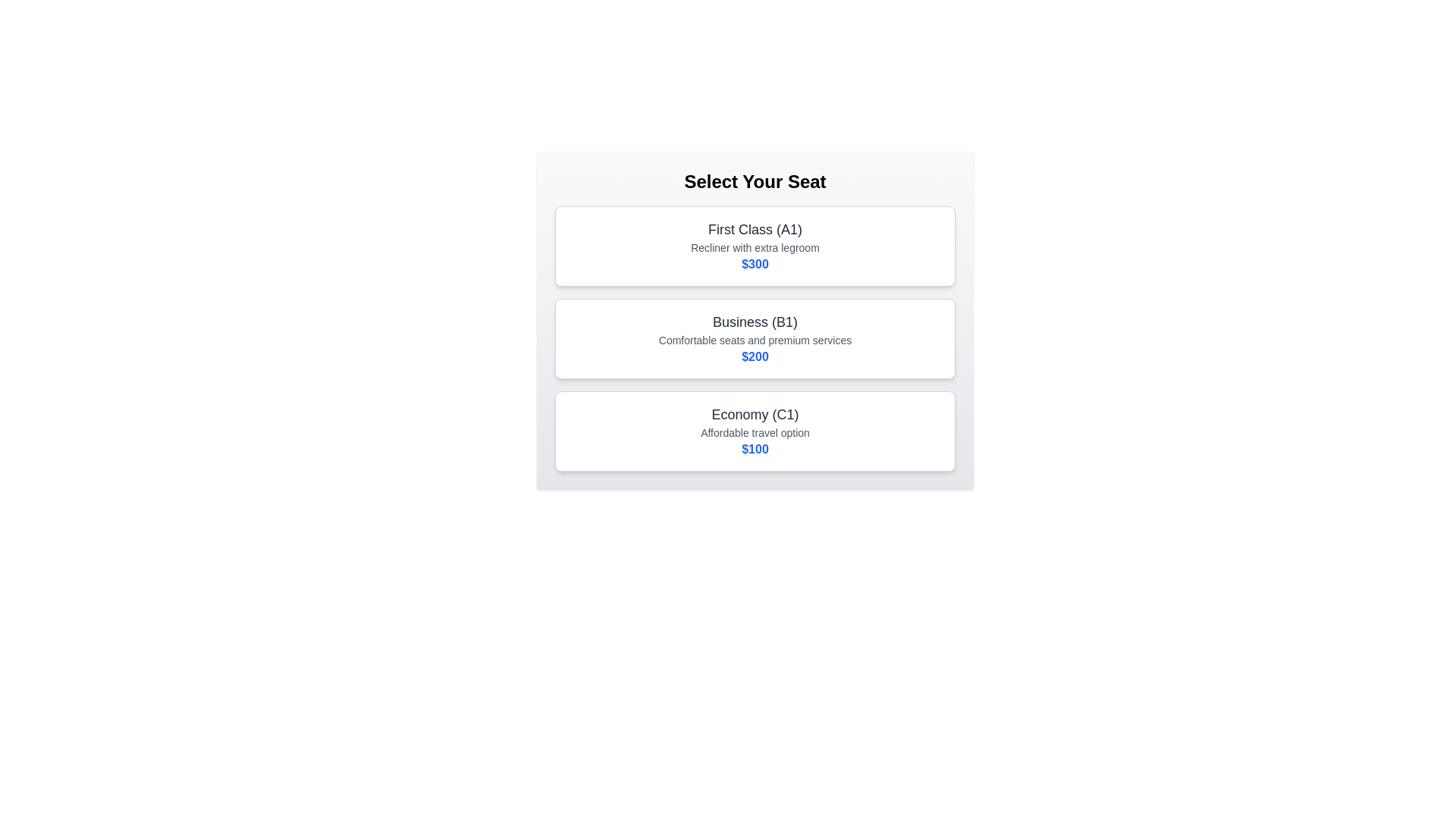 Image resolution: width=1456 pixels, height=819 pixels. I want to click on the first selectable option for purchasing a 'First Class (A1)' seat, which is a recliner with extra legroom priced at $300, so click(755, 245).